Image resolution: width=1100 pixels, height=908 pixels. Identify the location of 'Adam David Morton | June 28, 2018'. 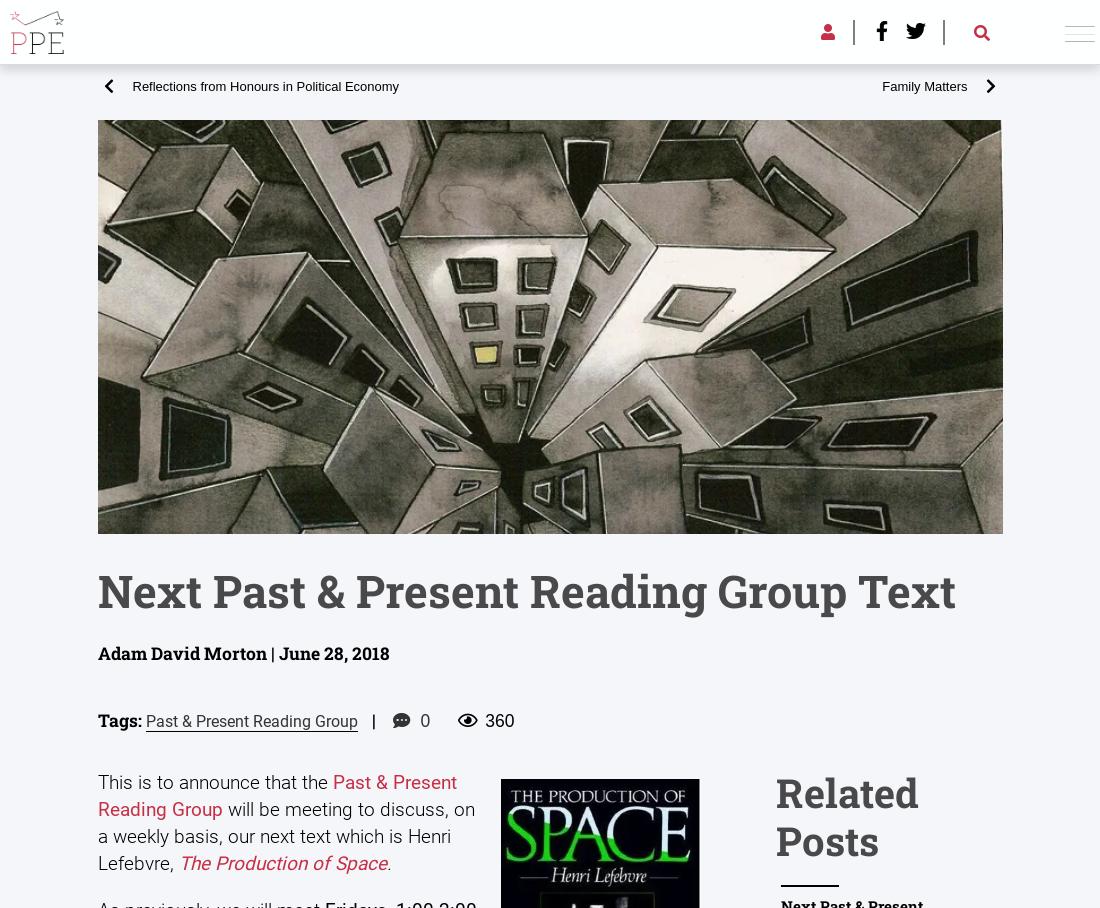
(97, 652).